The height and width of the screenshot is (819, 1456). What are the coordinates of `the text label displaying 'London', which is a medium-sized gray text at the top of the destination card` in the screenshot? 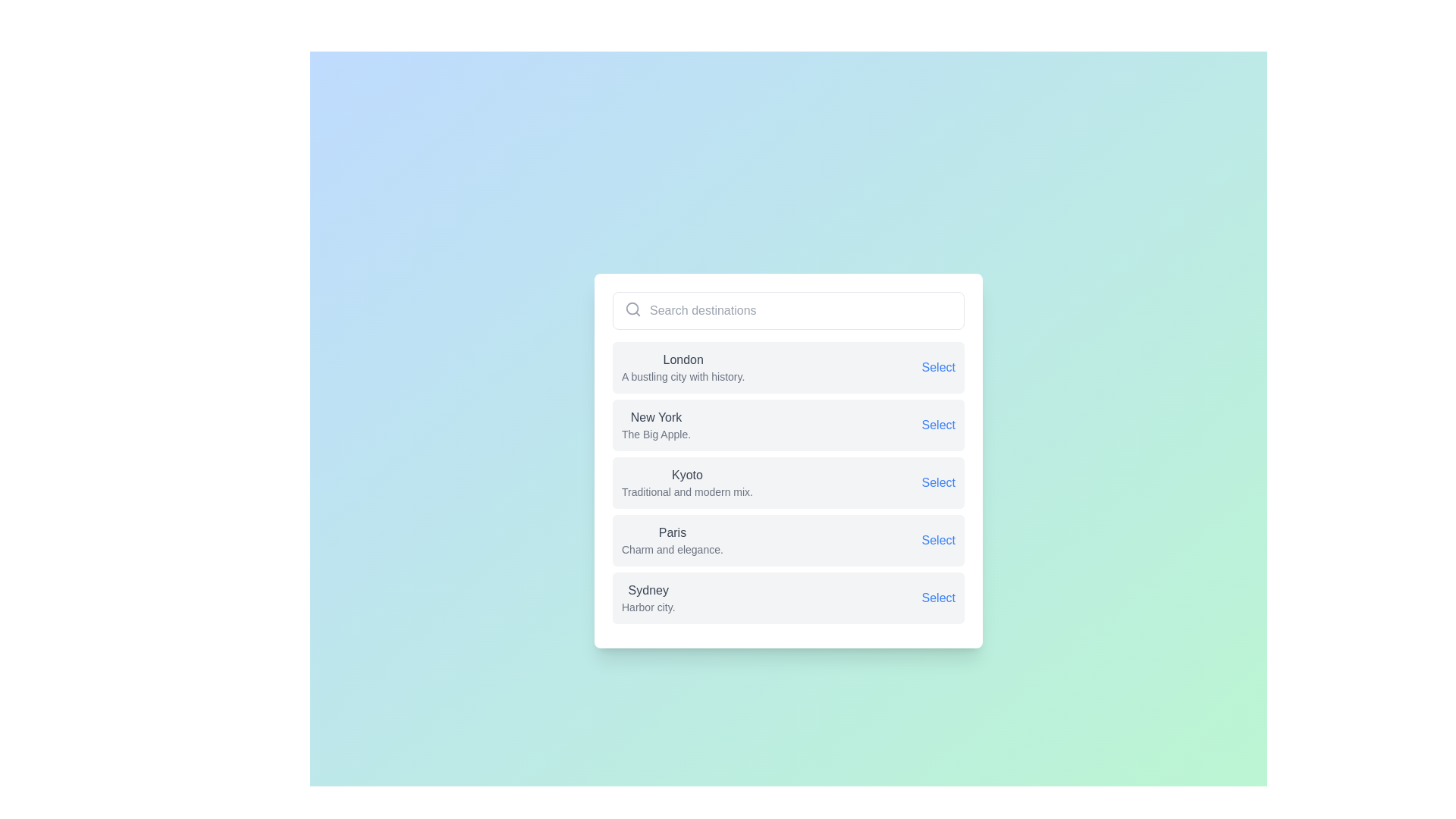 It's located at (682, 359).